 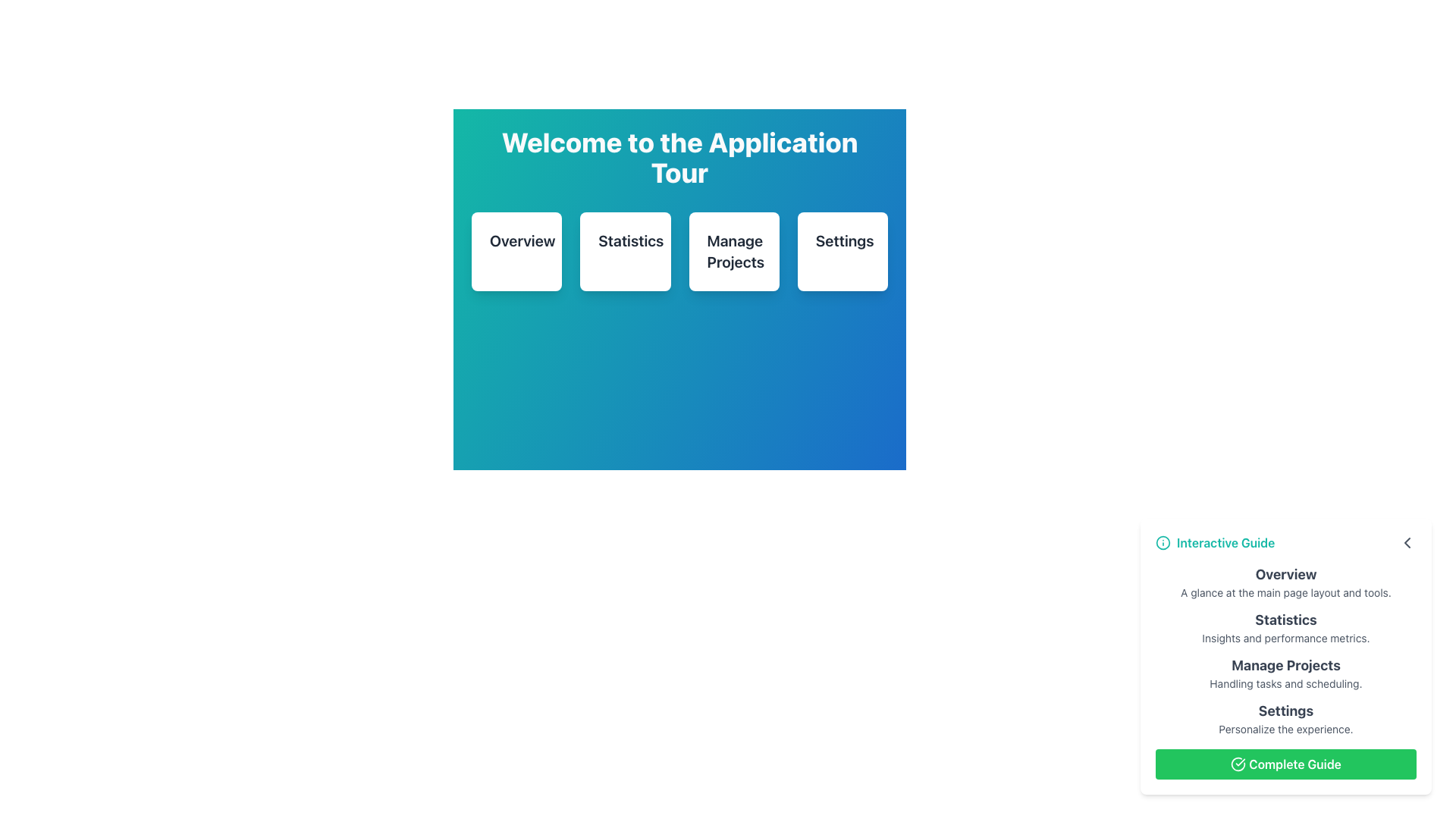 What do you see at coordinates (1285, 649) in the screenshot?
I see `the 'Manage Projects' section, which is the third item in the listing and includes the bold title and description about handling tasks and scheduling` at bounding box center [1285, 649].